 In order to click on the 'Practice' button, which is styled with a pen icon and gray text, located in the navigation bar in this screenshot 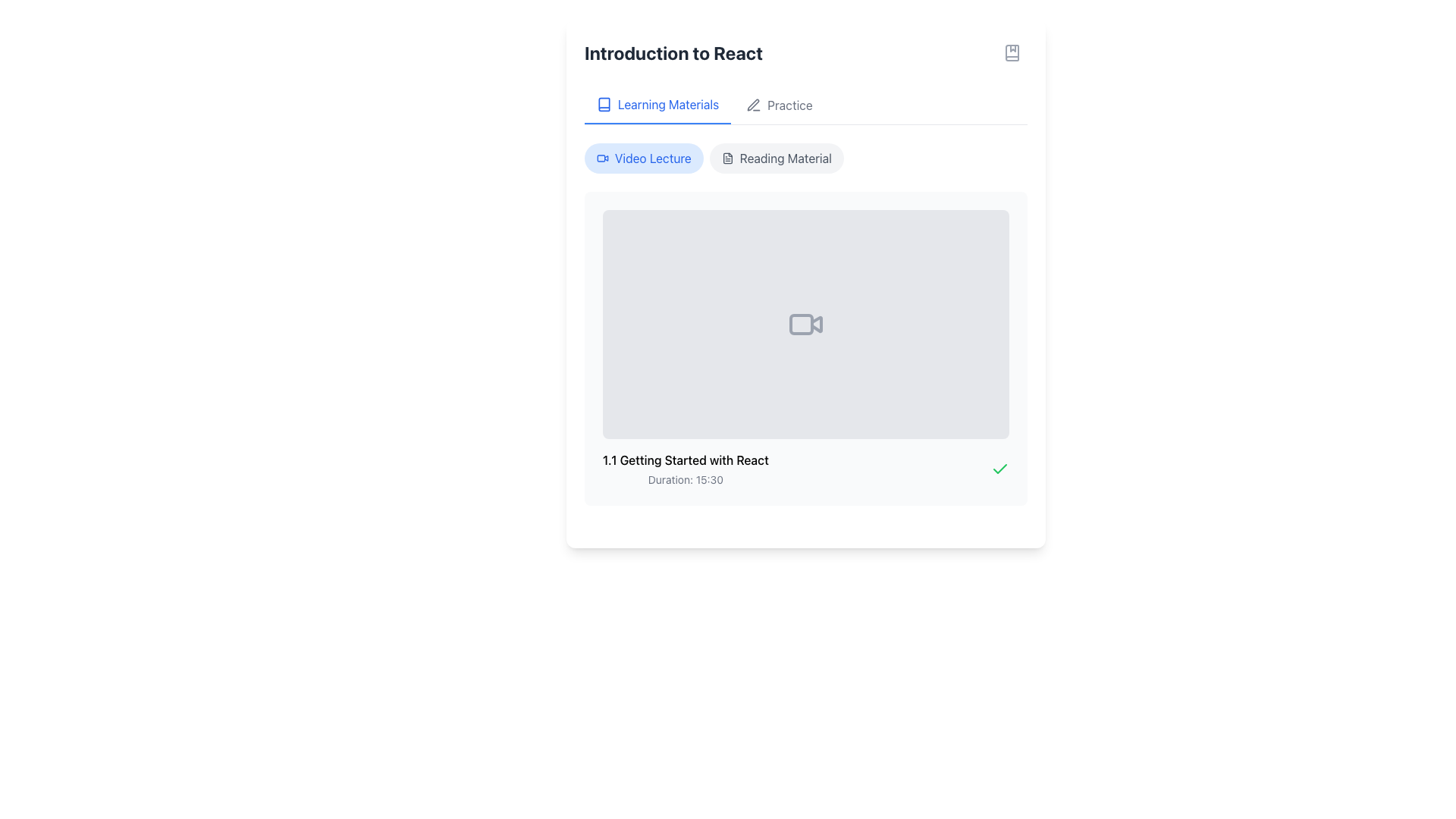, I will do `click(779, 104)`.